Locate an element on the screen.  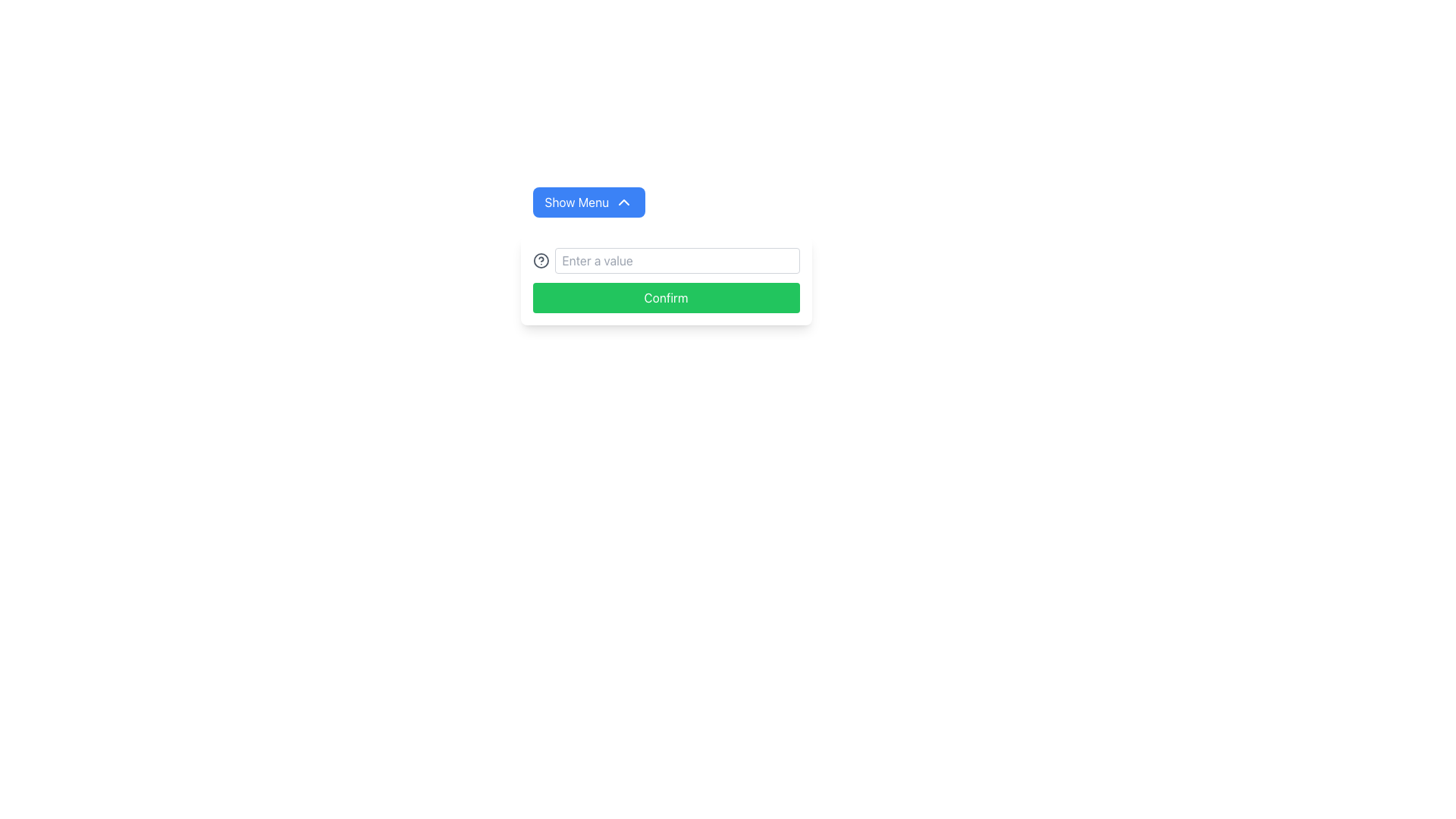
the circular outline icon located on the left side of the 'Enter a value' text input field is located at coordinates (541, 259).